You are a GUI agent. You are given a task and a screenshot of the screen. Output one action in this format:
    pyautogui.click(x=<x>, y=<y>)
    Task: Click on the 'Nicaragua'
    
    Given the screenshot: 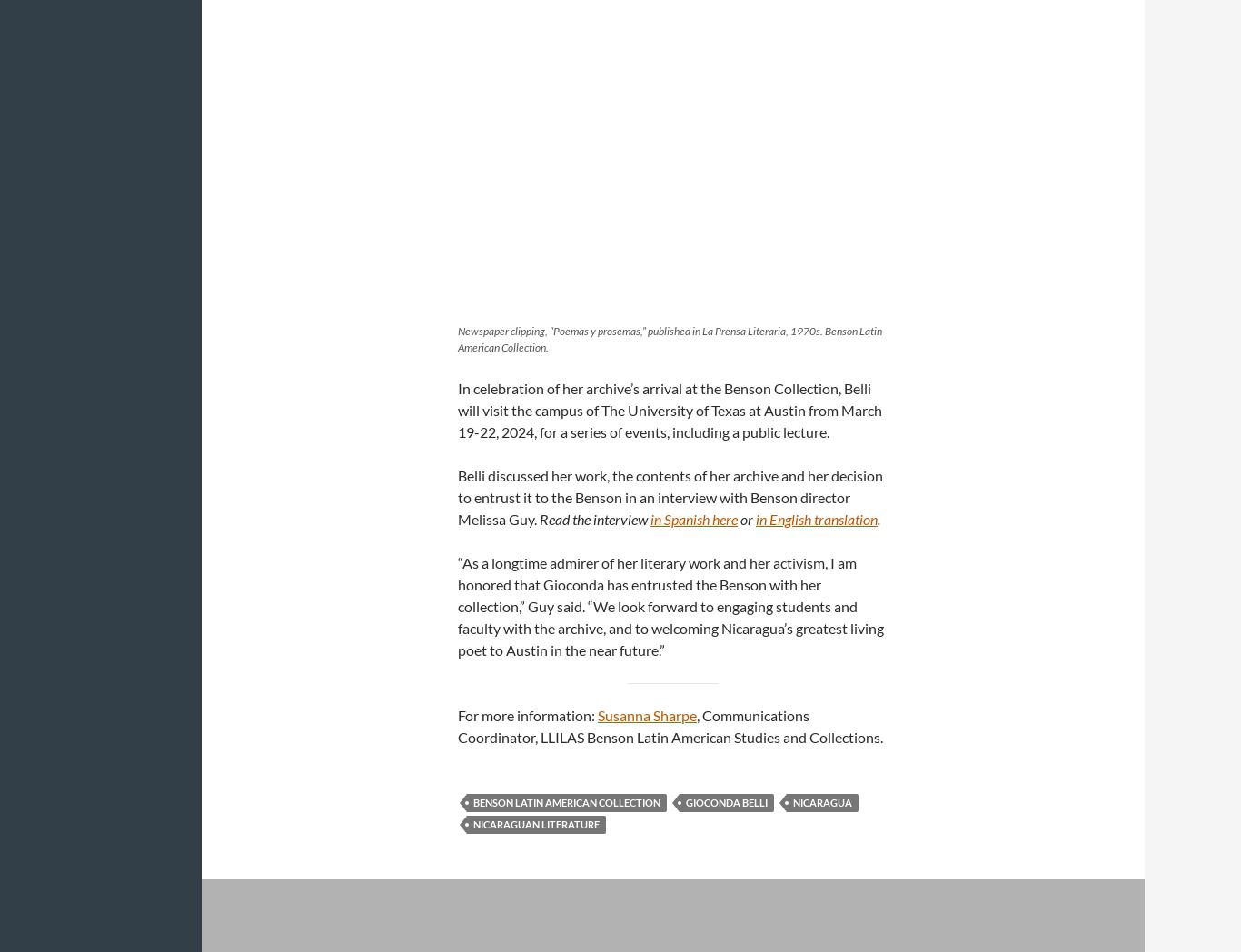 What is the action you would take?
    pyautogui.click(x=821, y=800)
    